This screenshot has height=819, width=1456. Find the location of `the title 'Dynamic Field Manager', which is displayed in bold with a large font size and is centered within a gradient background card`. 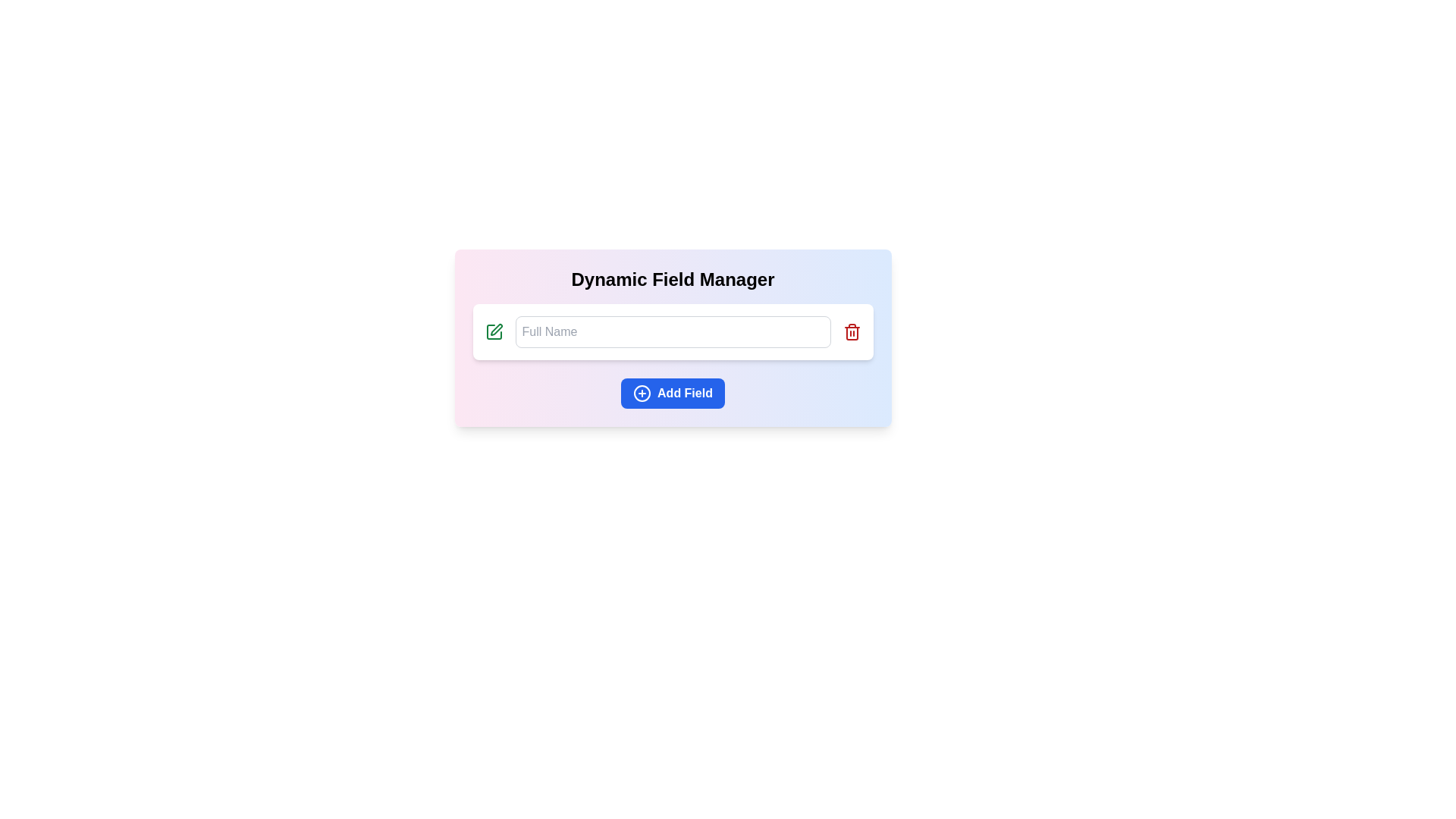

the title 'Dynamic Field Manager', which is displayed in bold with a large font size and is centered within a gradient background card is located at coordinates (672, 280).